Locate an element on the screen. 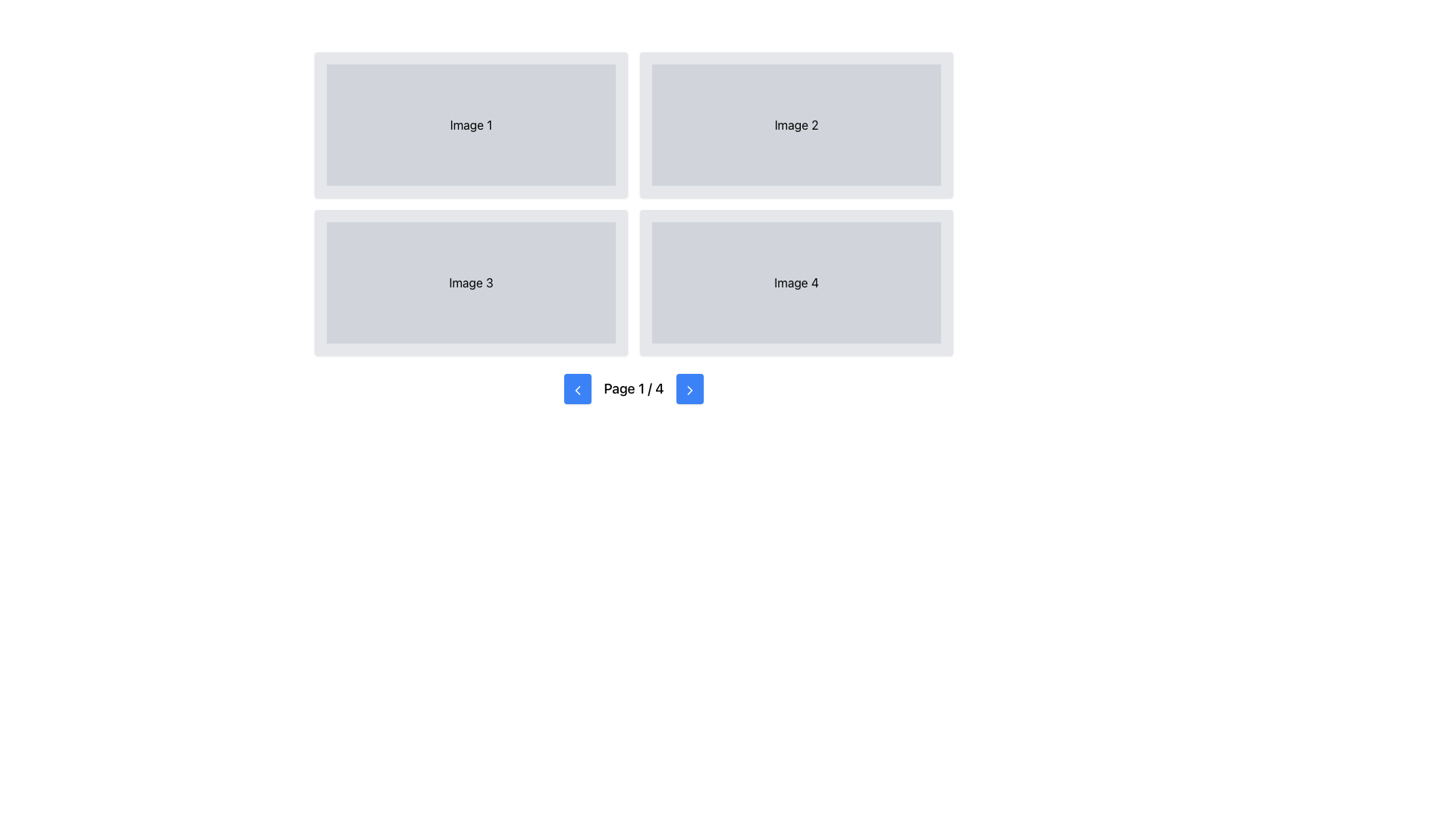 The width and height of the screenshot is (1456, 819). the Image Placeholder labeled 'Image 1', which is the first card in the top-left corner of a 2x2 grid layout is located at coordinates (470, 124).